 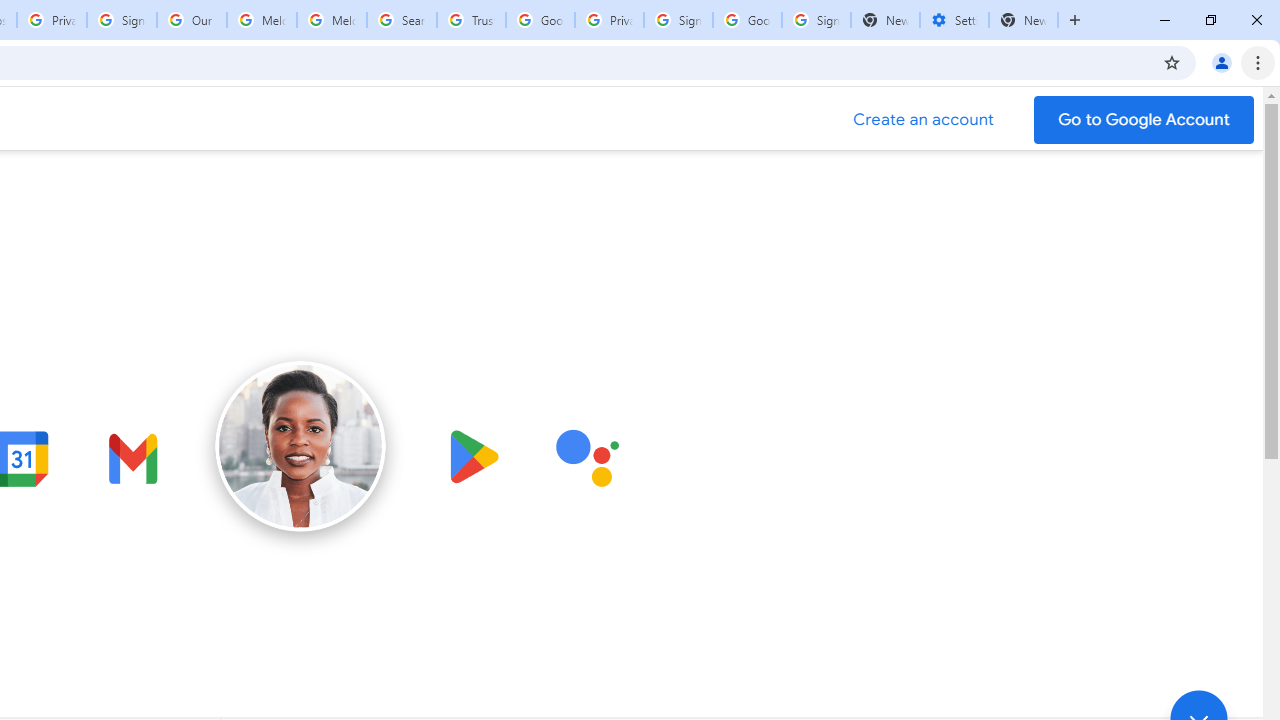 I want to click on 'Google Cybersecurity Innovations - Google Safety Center', so click(x=746, y=20).